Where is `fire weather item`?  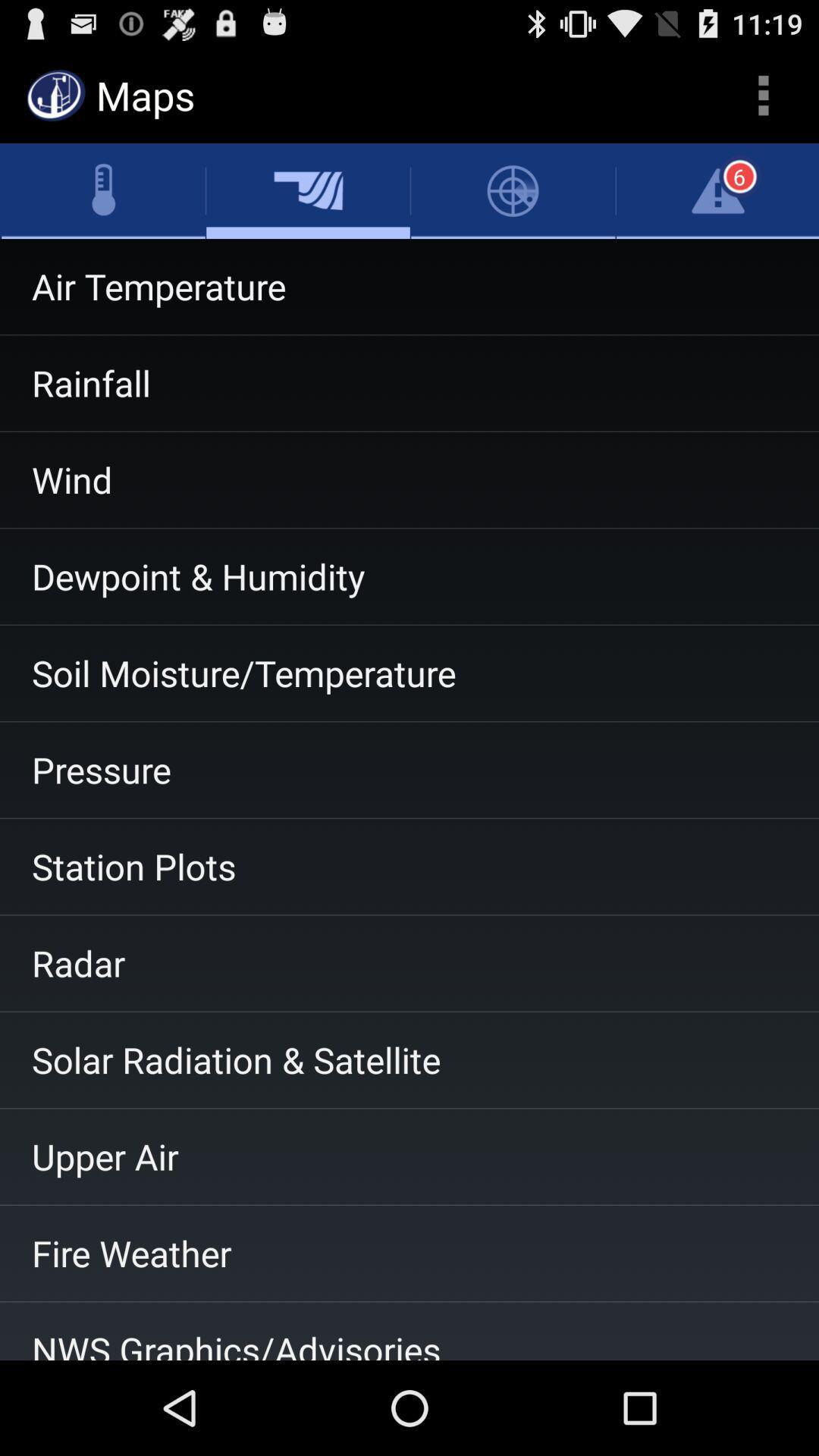 fire weather item is located at coordinates (409, 1253).